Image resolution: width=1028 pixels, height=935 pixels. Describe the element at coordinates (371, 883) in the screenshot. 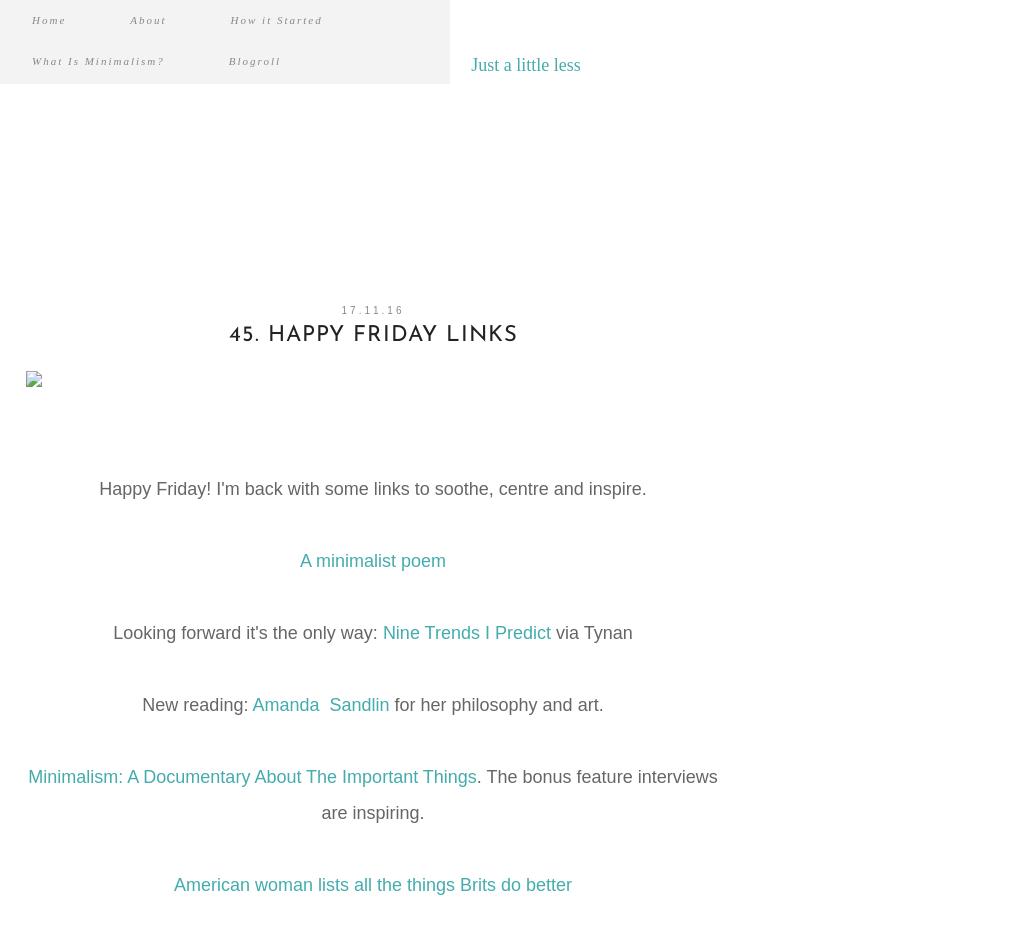

I see `'American woman lists all the things Brits do better'` at that location.